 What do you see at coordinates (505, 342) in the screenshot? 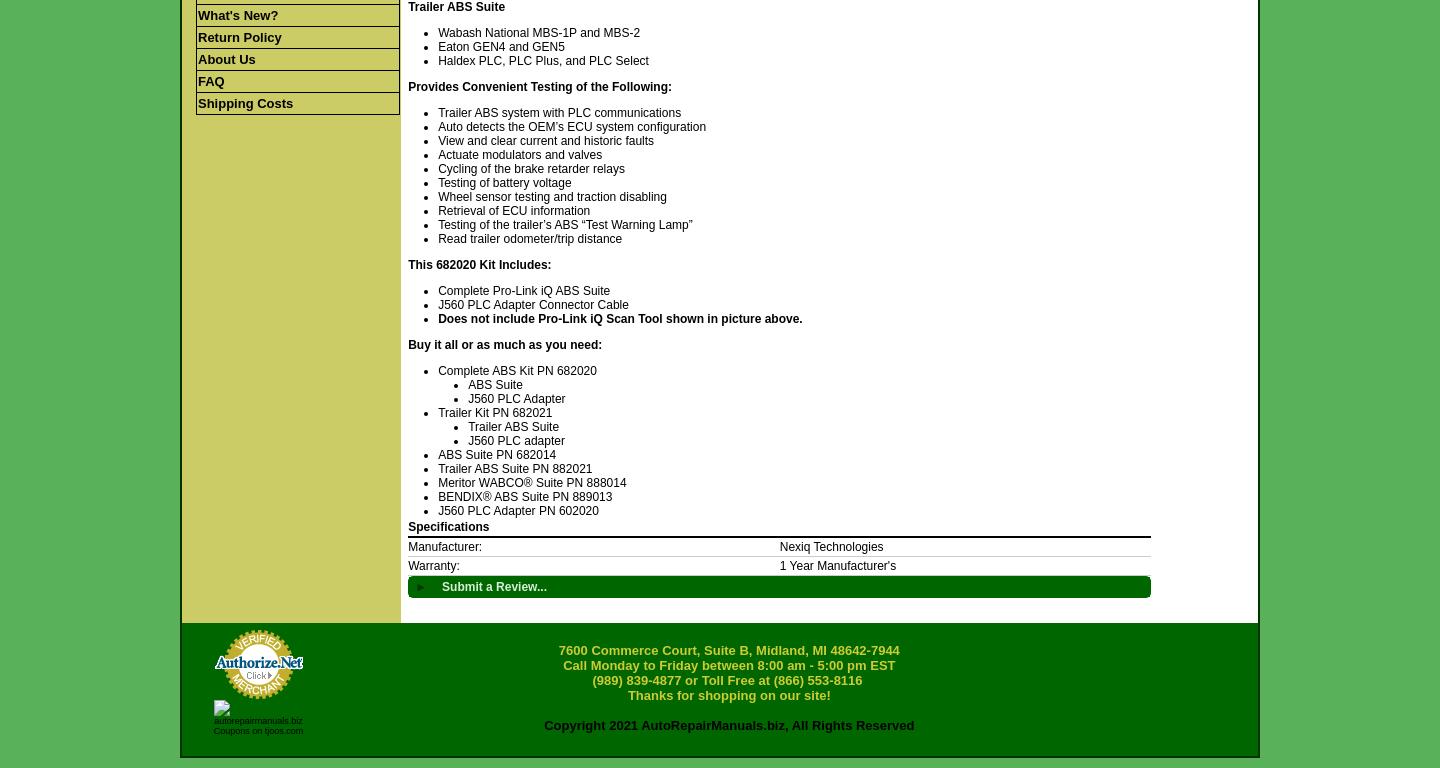
I see `'Buy it all or as much as you need:'` at bounding box center [505, 342].